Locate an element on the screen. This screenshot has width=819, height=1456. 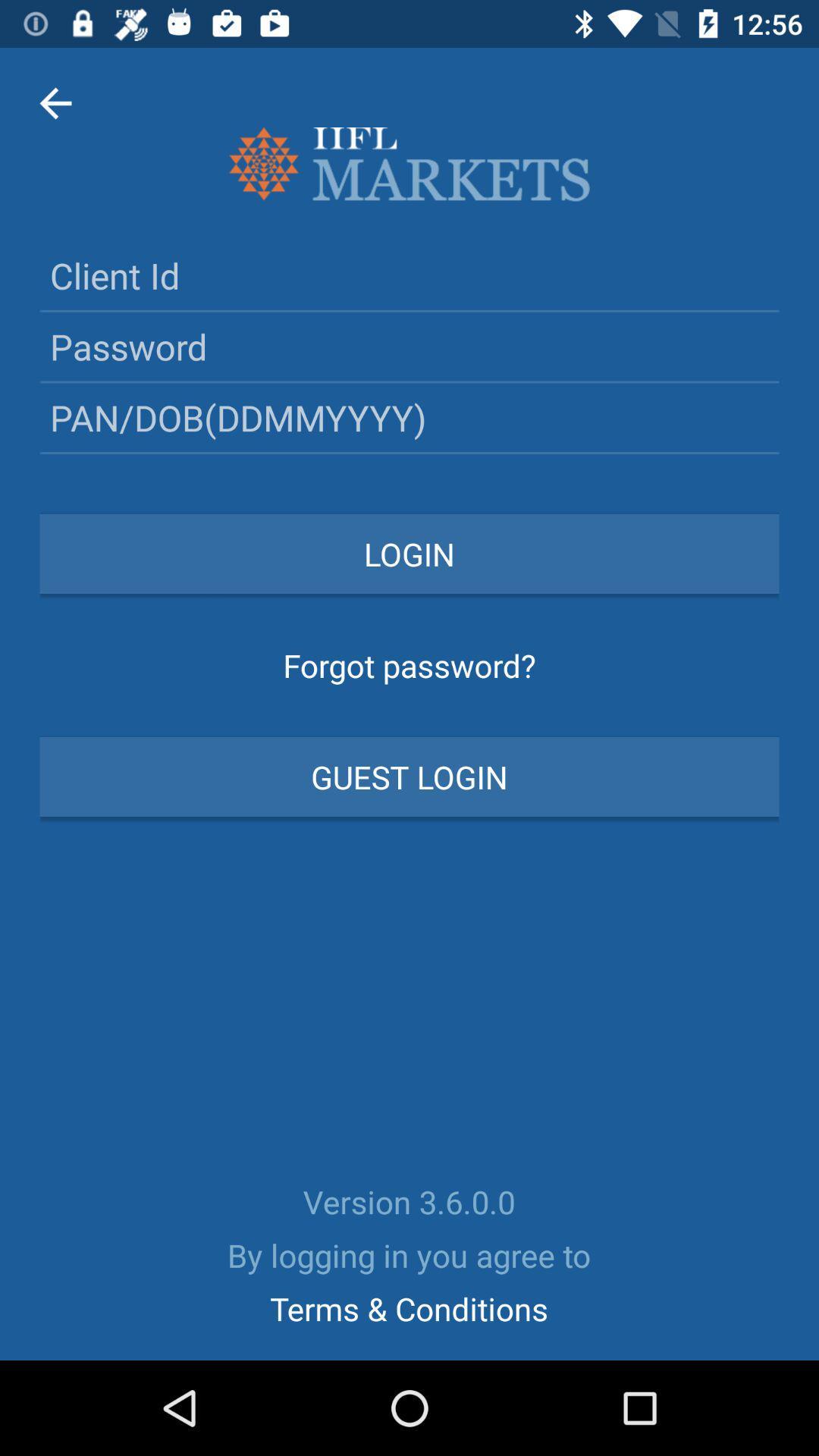
your client id is located at coordinates (409, 275).